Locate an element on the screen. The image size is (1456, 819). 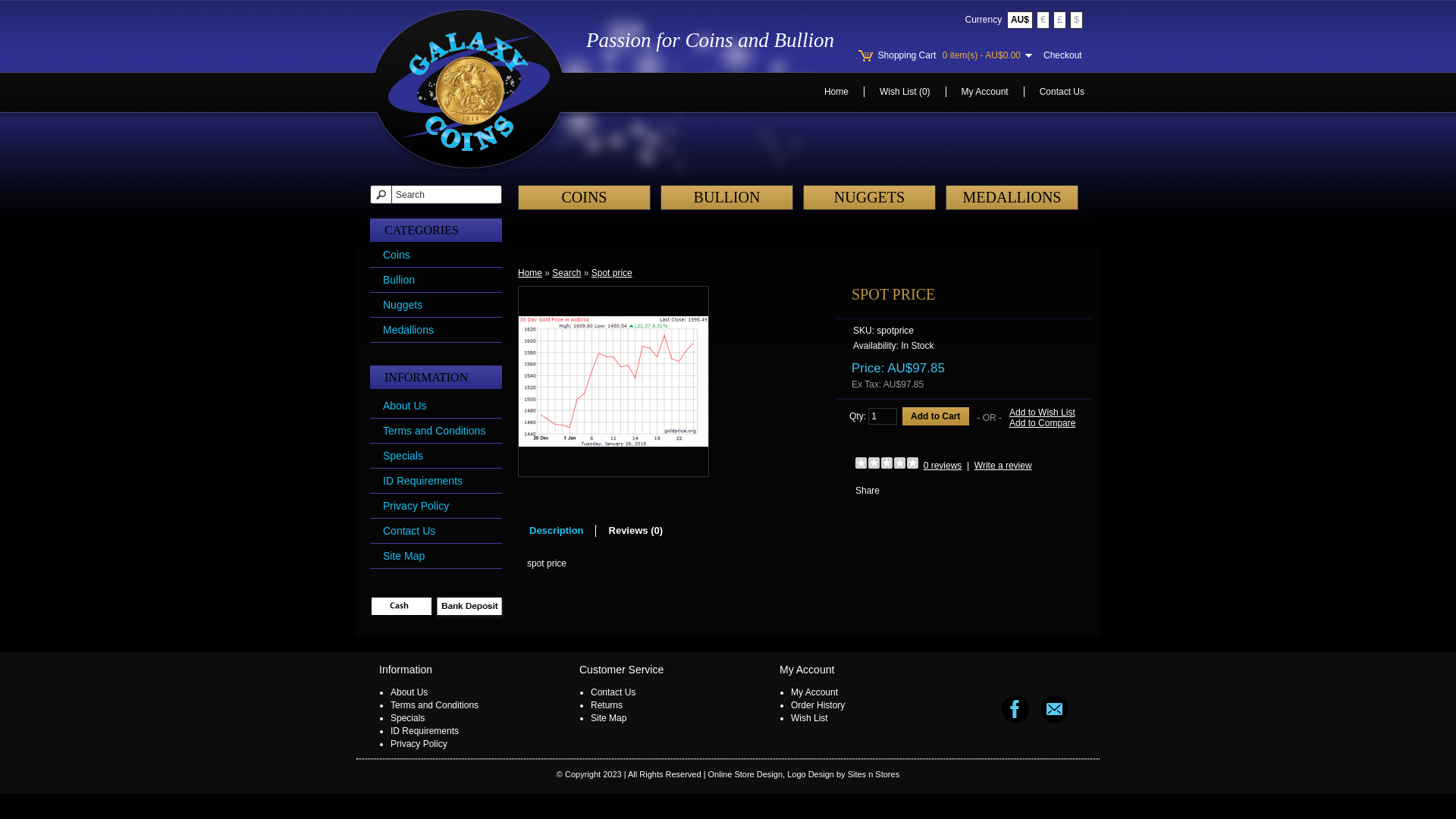
'Checkout' is located at coordinates (1062, 55).